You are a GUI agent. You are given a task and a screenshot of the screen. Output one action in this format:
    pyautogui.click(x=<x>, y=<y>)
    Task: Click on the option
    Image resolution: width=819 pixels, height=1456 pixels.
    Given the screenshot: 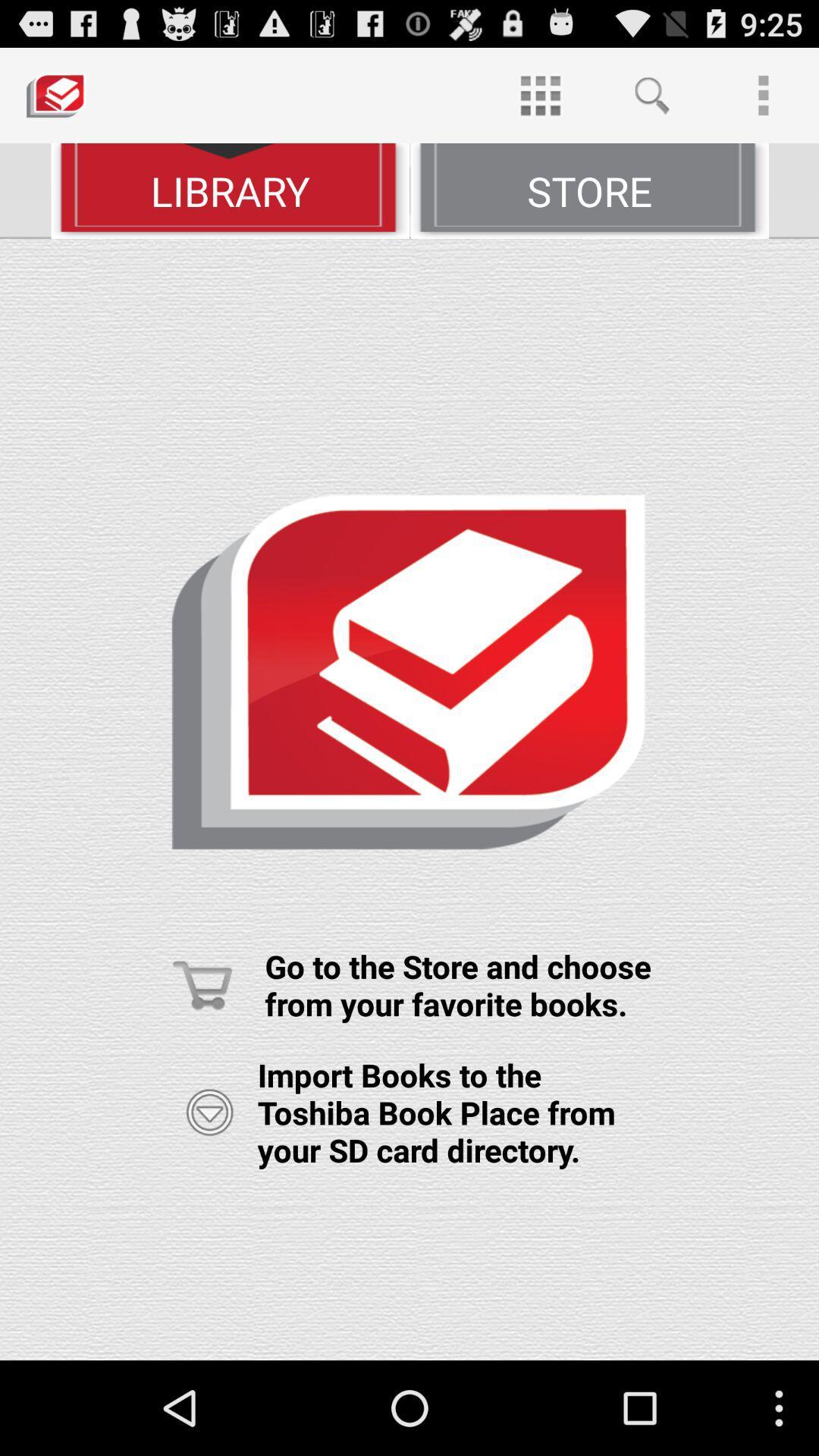 What is the action you would take?
    pyautogui.click(x=209, y=1112)
    